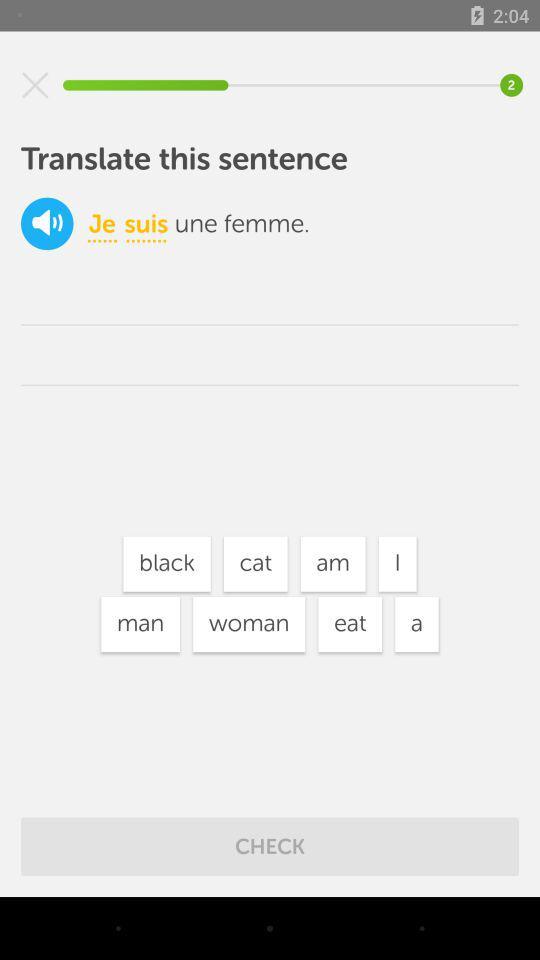 This screenshot has height=960, width=540. What do you see at coordinates (47, 223) in the screenshot?
I see `the volume icon` at bounding box center [47, 223].